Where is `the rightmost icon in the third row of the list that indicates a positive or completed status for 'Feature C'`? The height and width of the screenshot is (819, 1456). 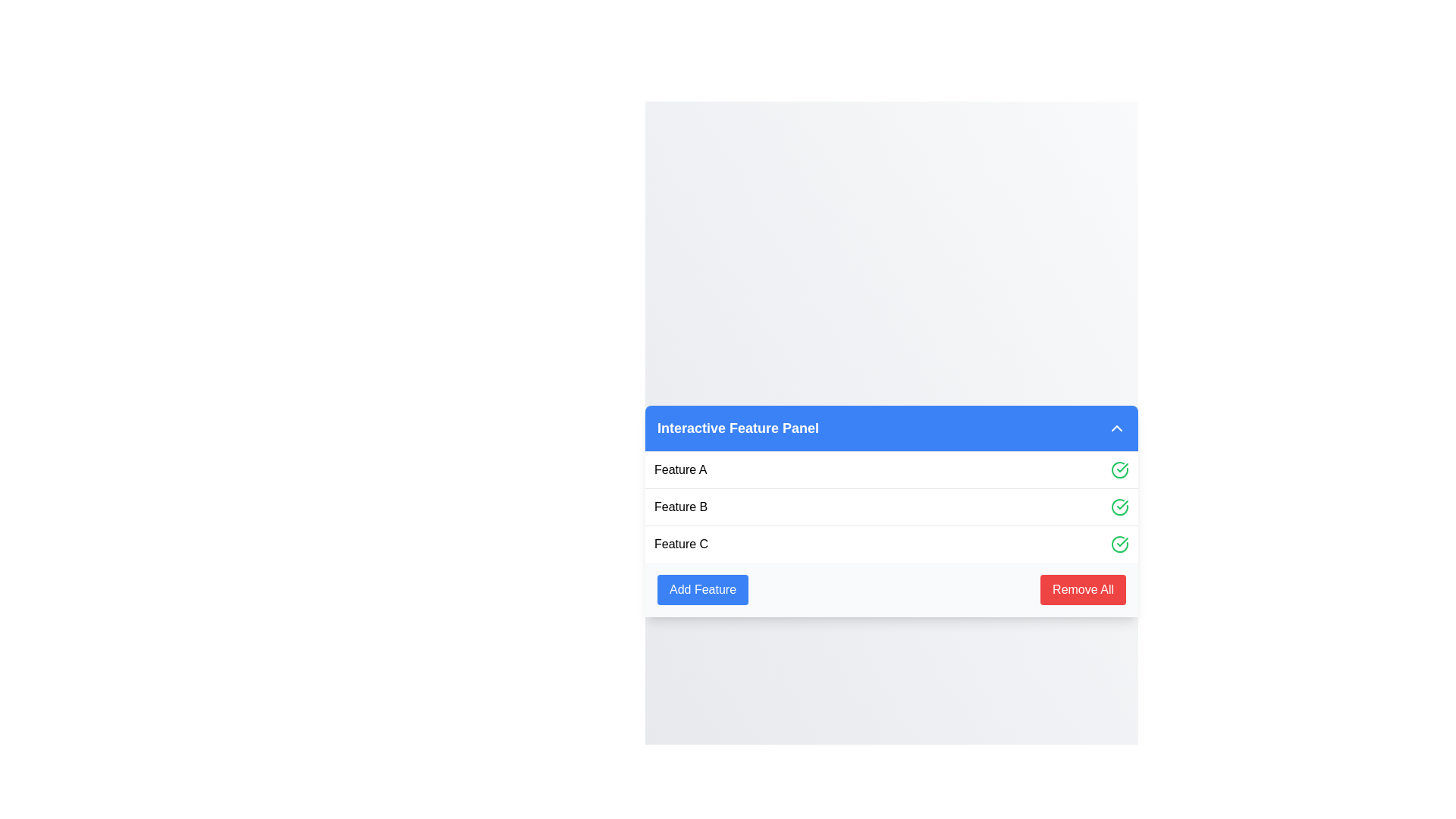
the rightmost icon in the third row of the list that indicates a positive or completed status for 'Feature C' is located at coordinates (1120, 543).